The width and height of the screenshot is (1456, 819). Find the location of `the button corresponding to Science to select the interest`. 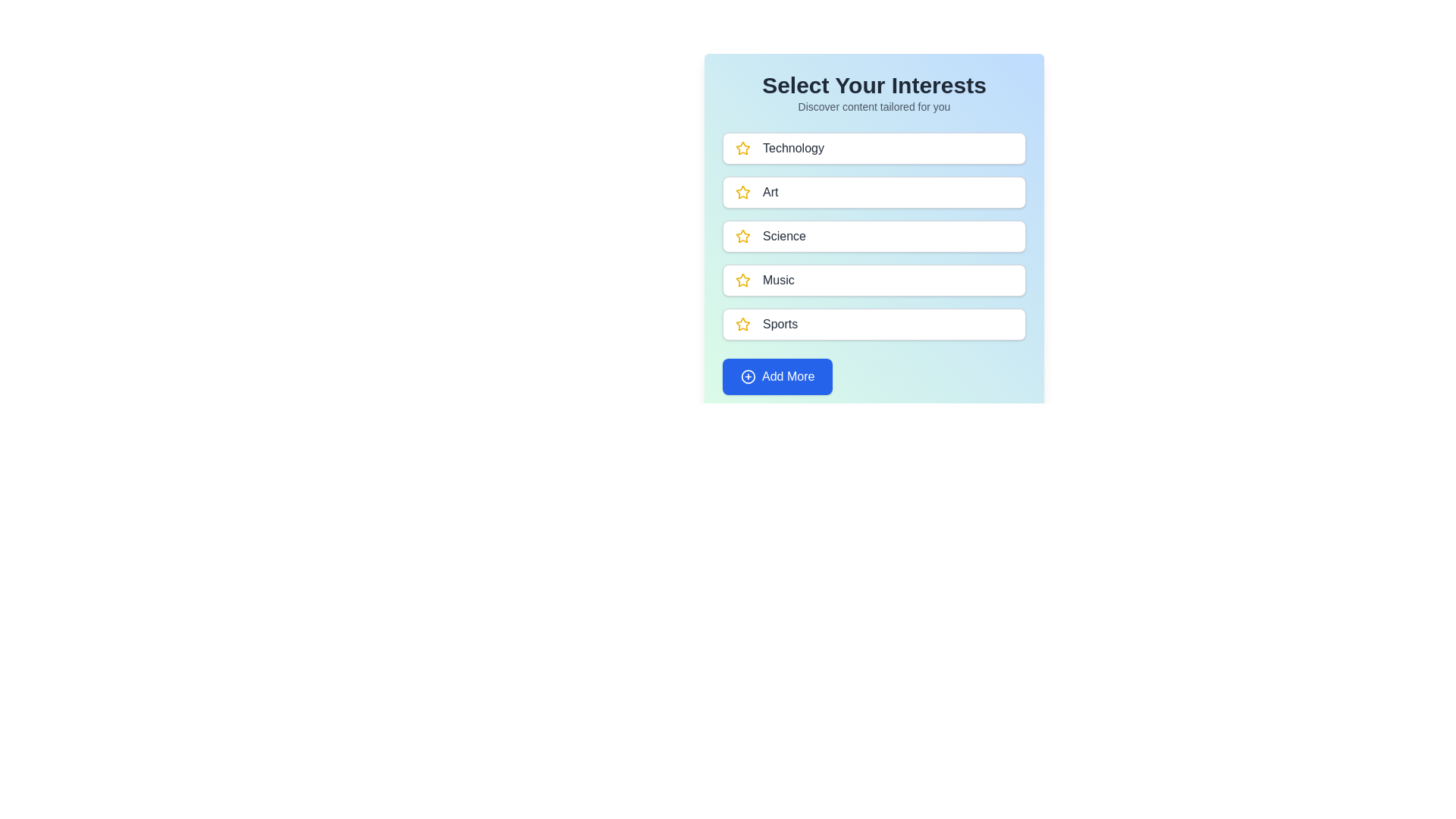

the button corresponding to Science to select the interest is located at coordinates (874, 237).